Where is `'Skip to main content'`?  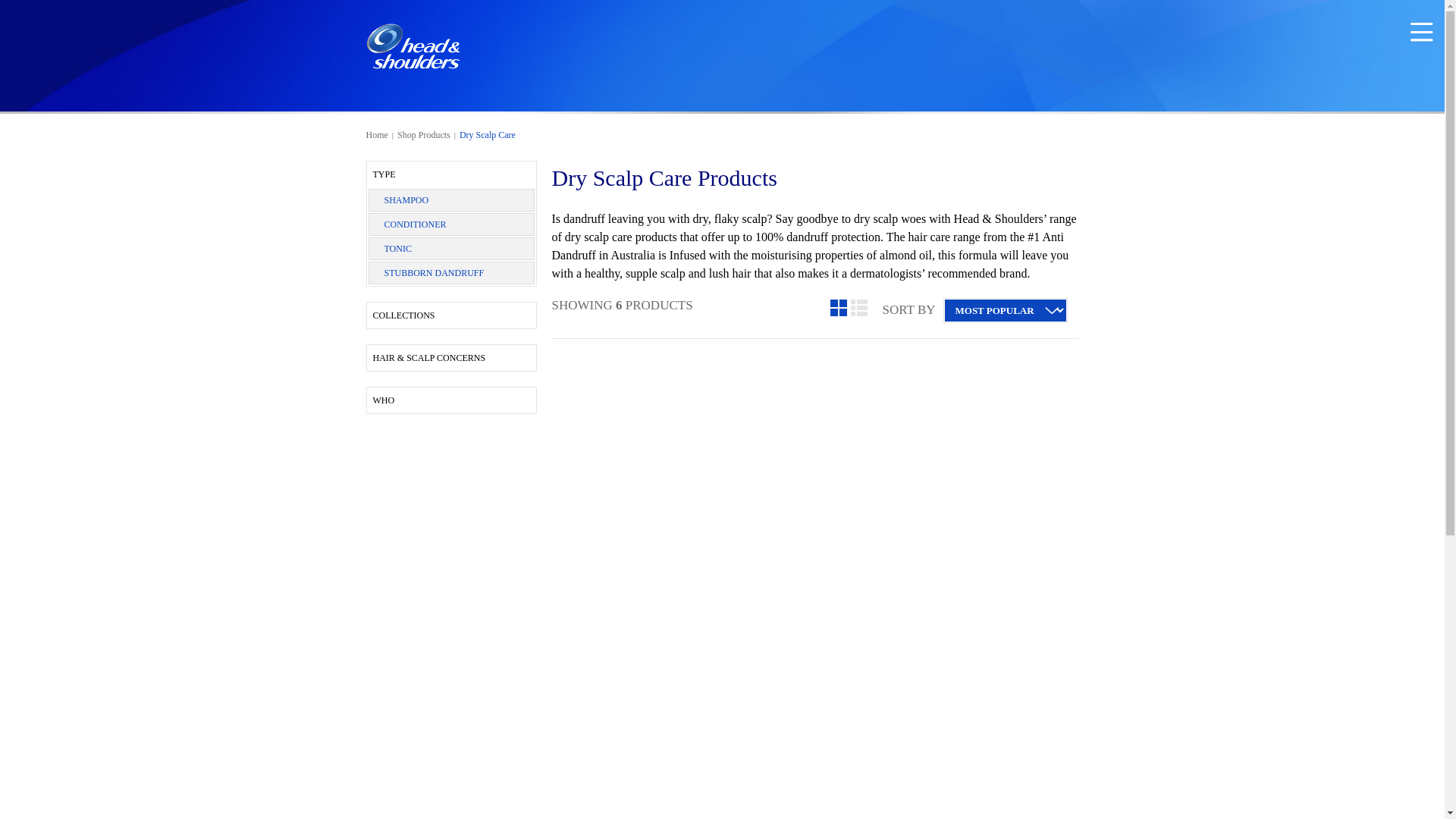 'Skip to main content' is located at coordinates (0, 8).